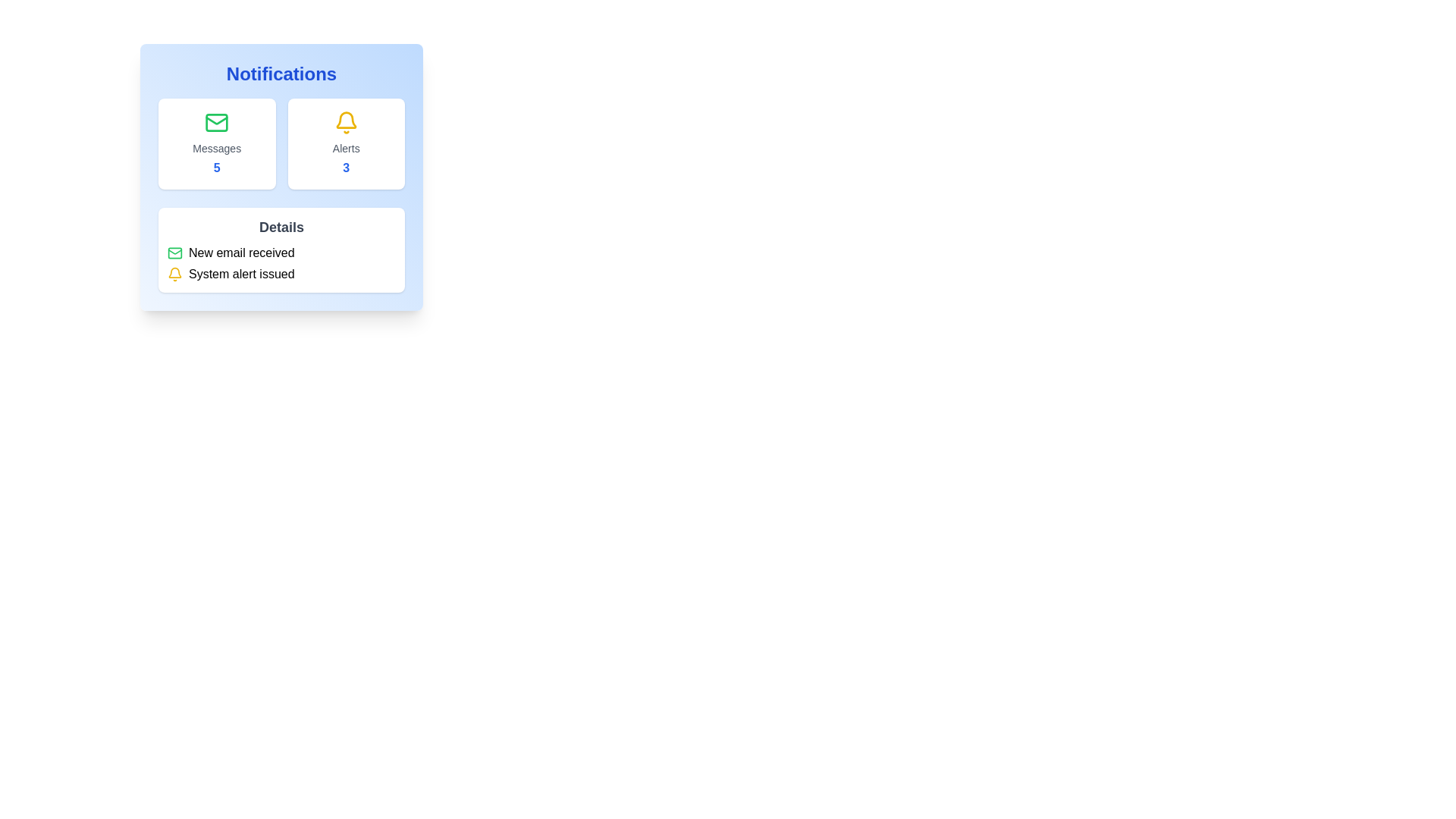 The image size is (1456, 819). I want to click on text displayed in the 'Alerts' label, which is styled in gray and positioned below the yellow bell icon within the notification panel, so click(345, 149).